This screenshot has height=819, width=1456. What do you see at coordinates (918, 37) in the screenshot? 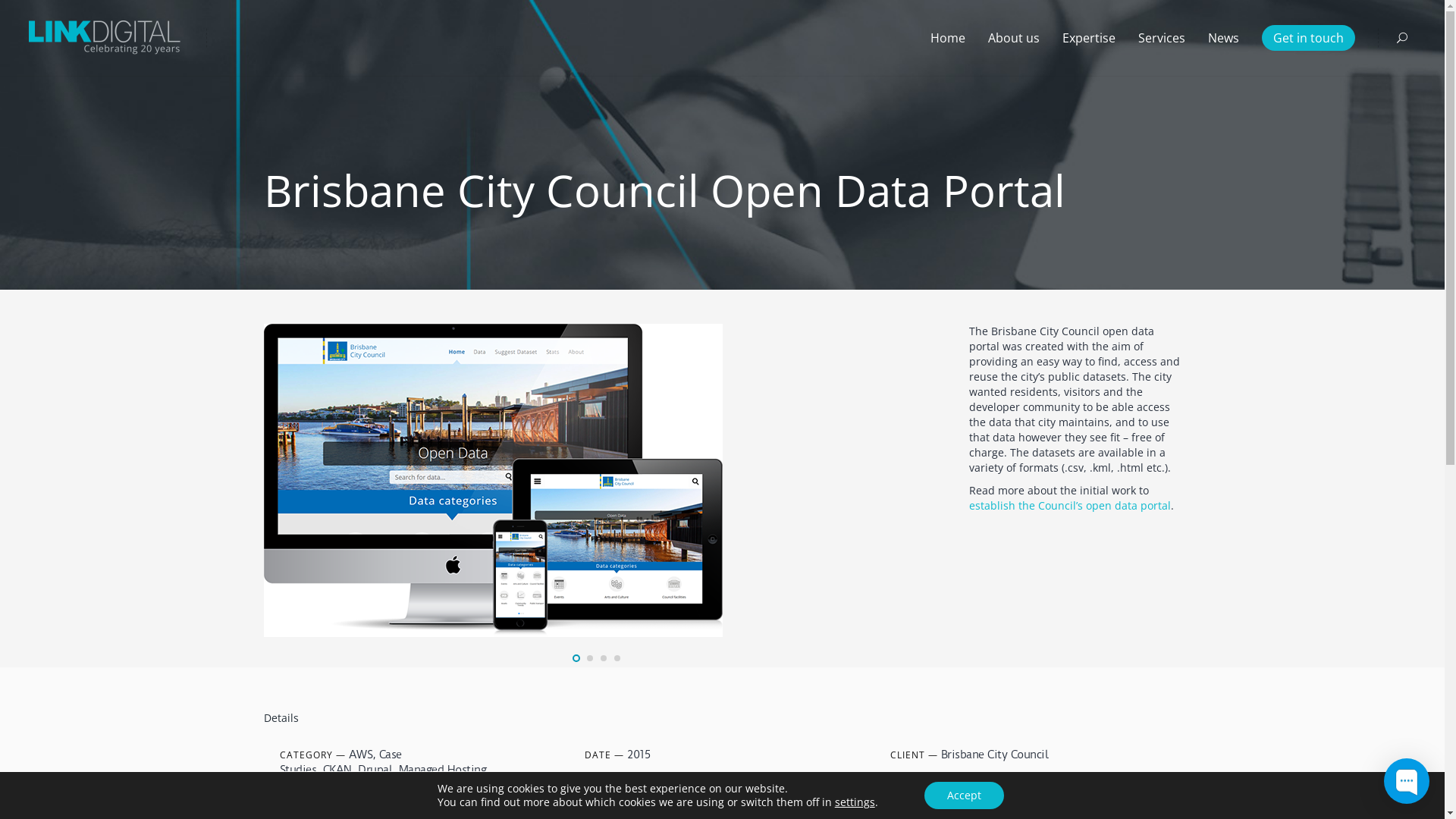
I see `'Home'` at bounding box center [918, 37].